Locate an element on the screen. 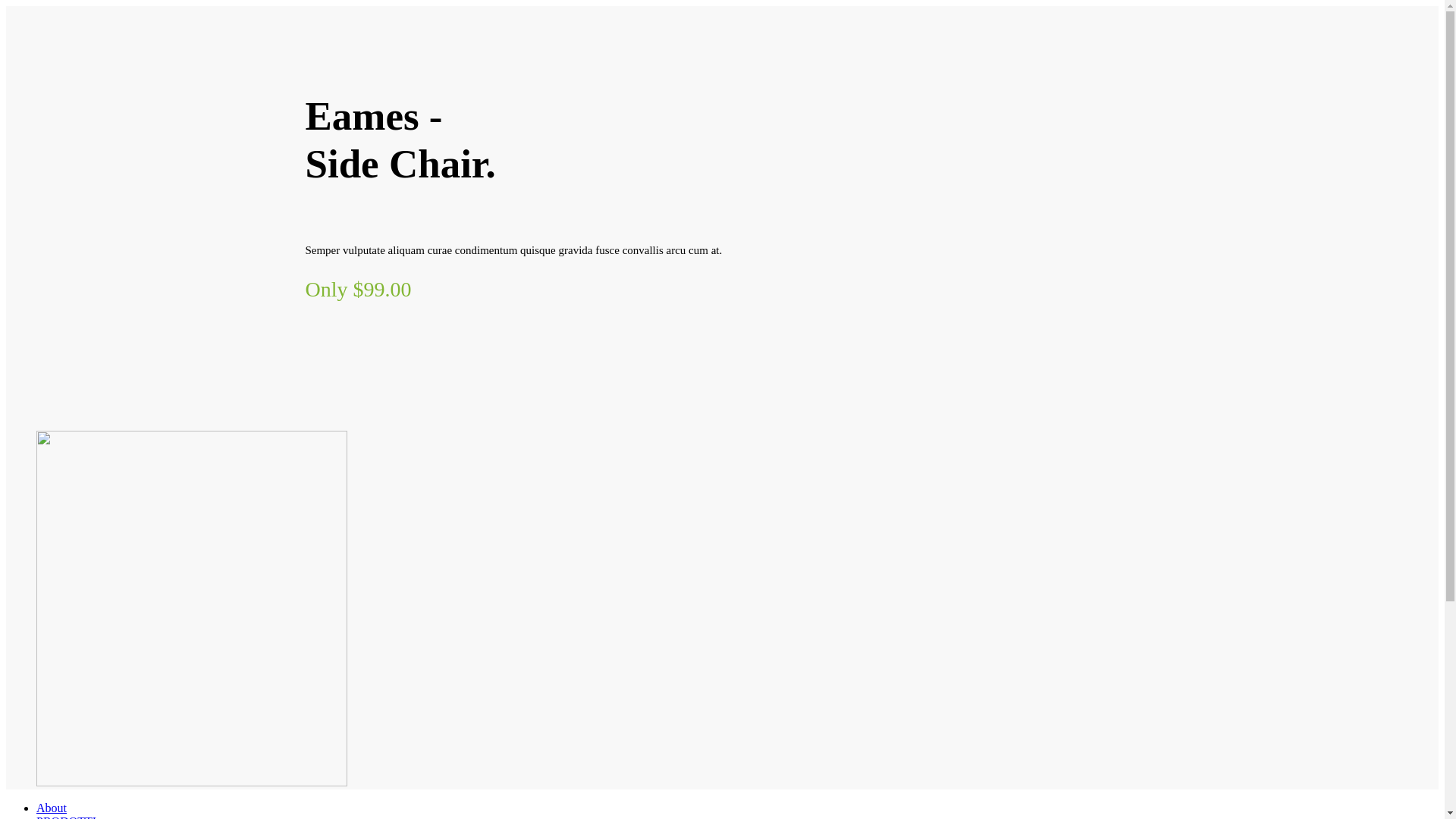 Image resolution: width=1456 pixels, height=819 pixels. 'About' is located at coordinates (51, 807).